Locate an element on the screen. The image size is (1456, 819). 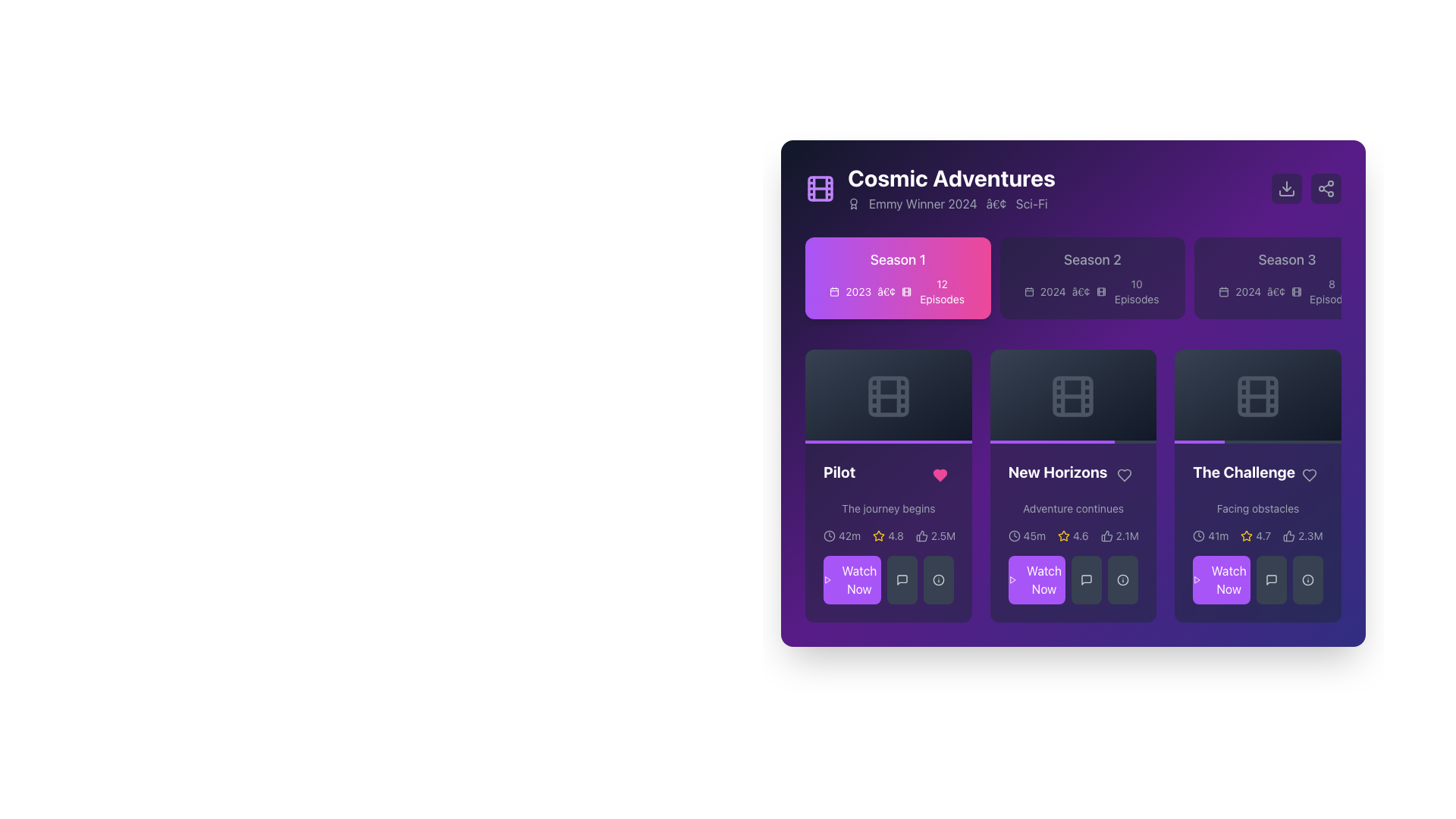
the text label displaying '42m' in light text style located within the first card, next to the clock icon is located at coordinates (849, 535).